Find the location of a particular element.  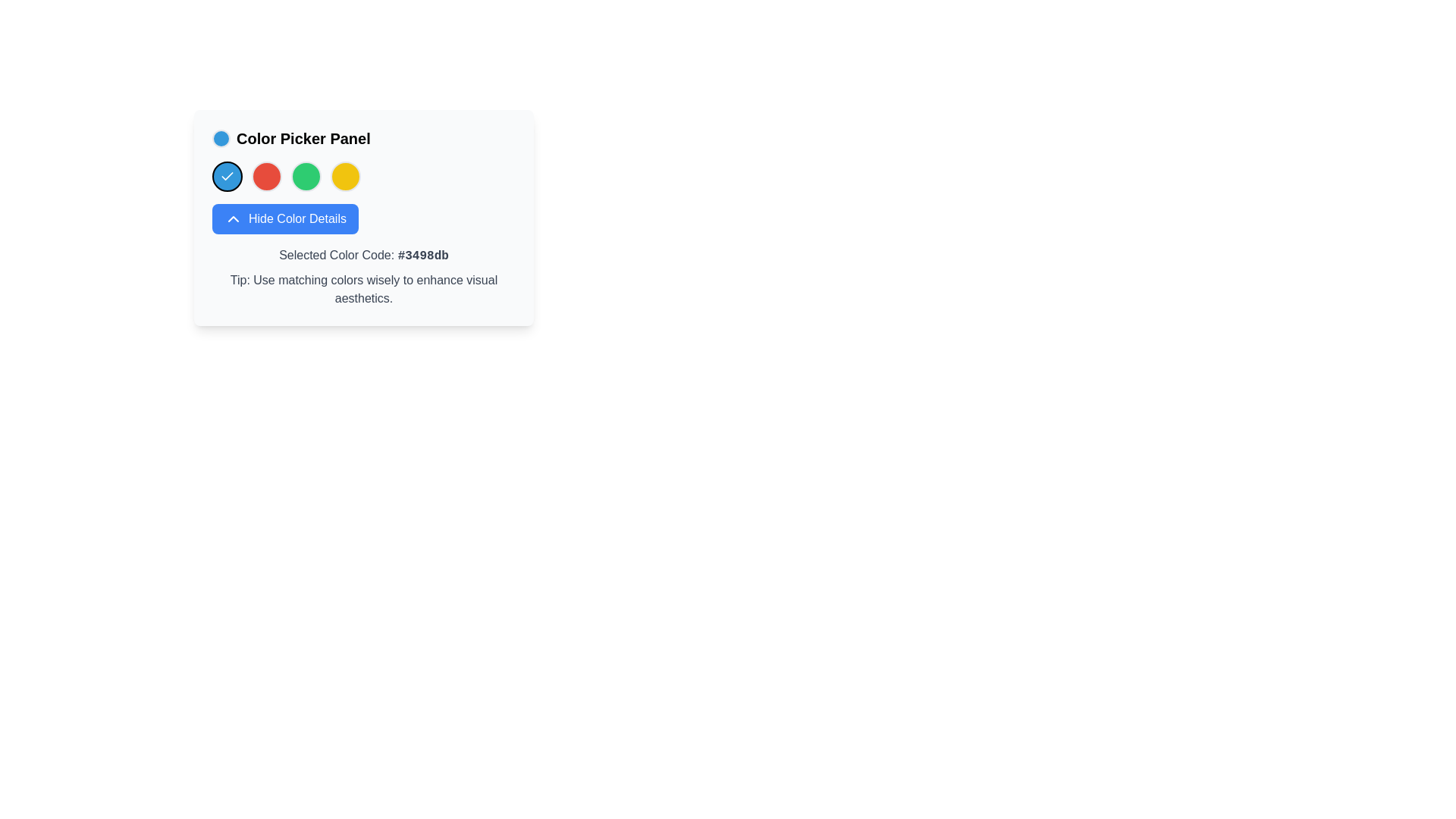

the second red circular radio button is located at coordinates (266, 175).